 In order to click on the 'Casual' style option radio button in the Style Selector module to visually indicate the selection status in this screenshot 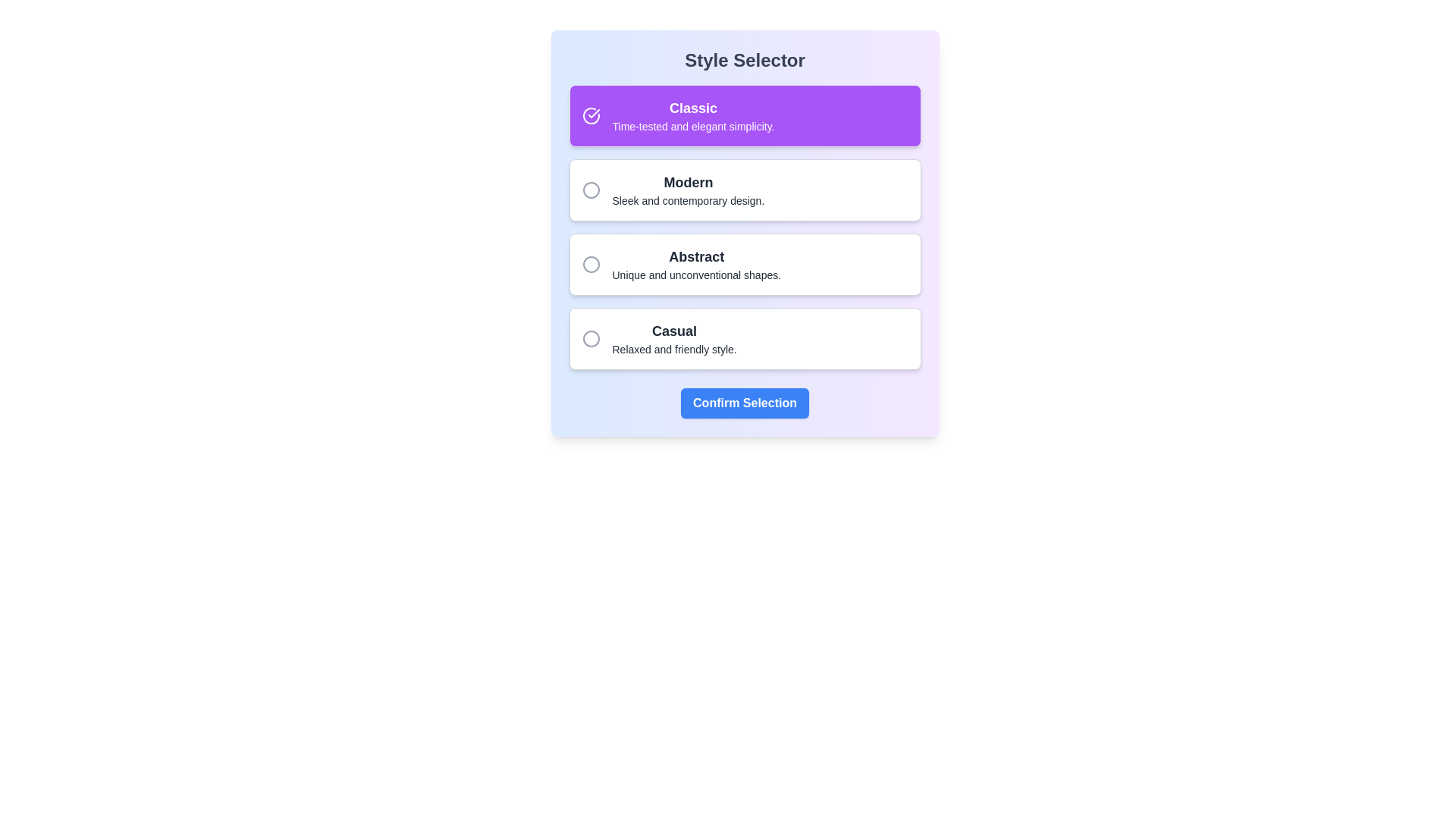, I will do `click(590, 338)`.